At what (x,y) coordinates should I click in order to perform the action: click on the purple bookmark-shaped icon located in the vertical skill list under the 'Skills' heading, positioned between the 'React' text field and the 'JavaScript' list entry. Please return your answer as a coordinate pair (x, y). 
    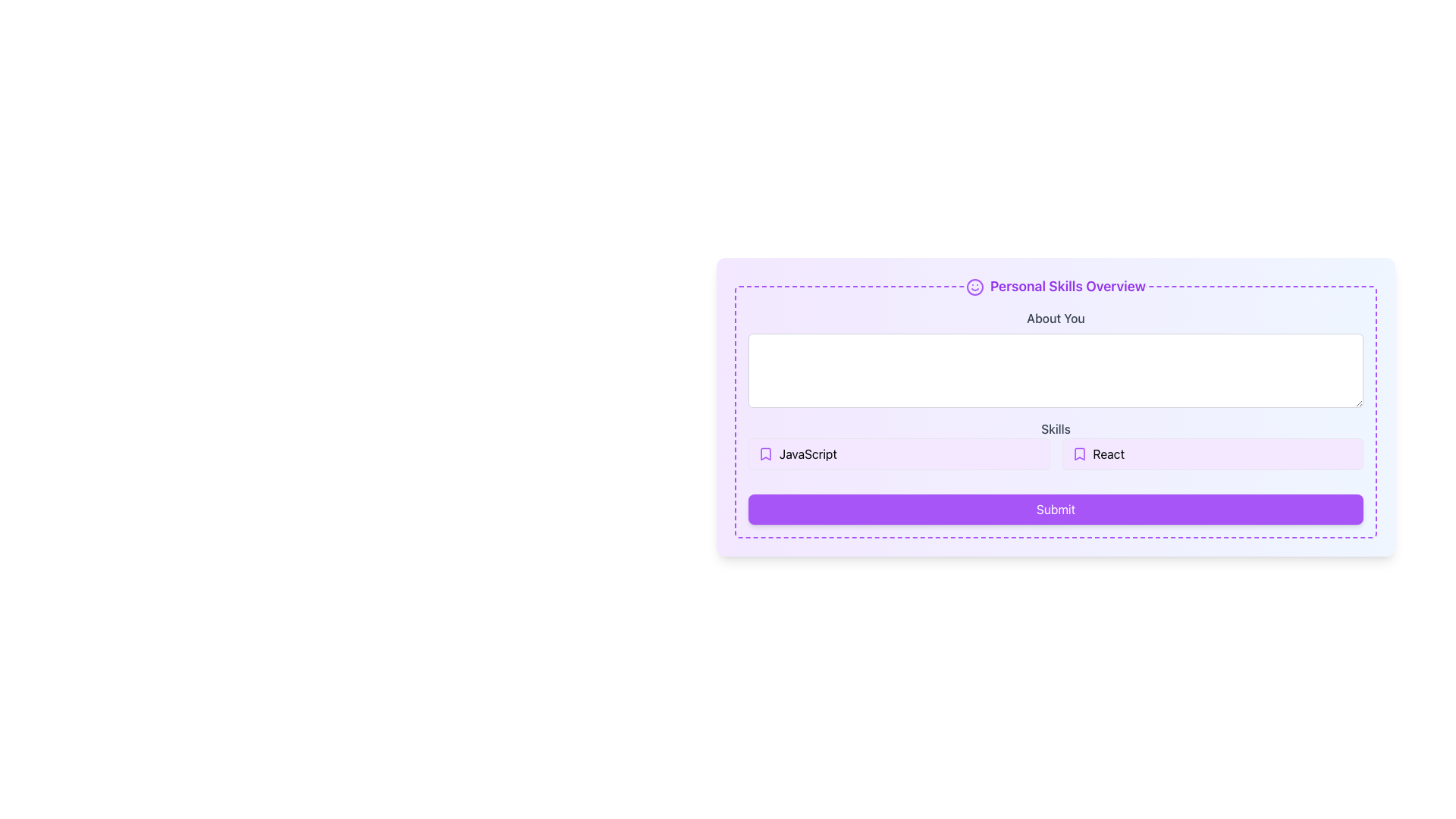
    Looking at the image, I should click on (765, 453).